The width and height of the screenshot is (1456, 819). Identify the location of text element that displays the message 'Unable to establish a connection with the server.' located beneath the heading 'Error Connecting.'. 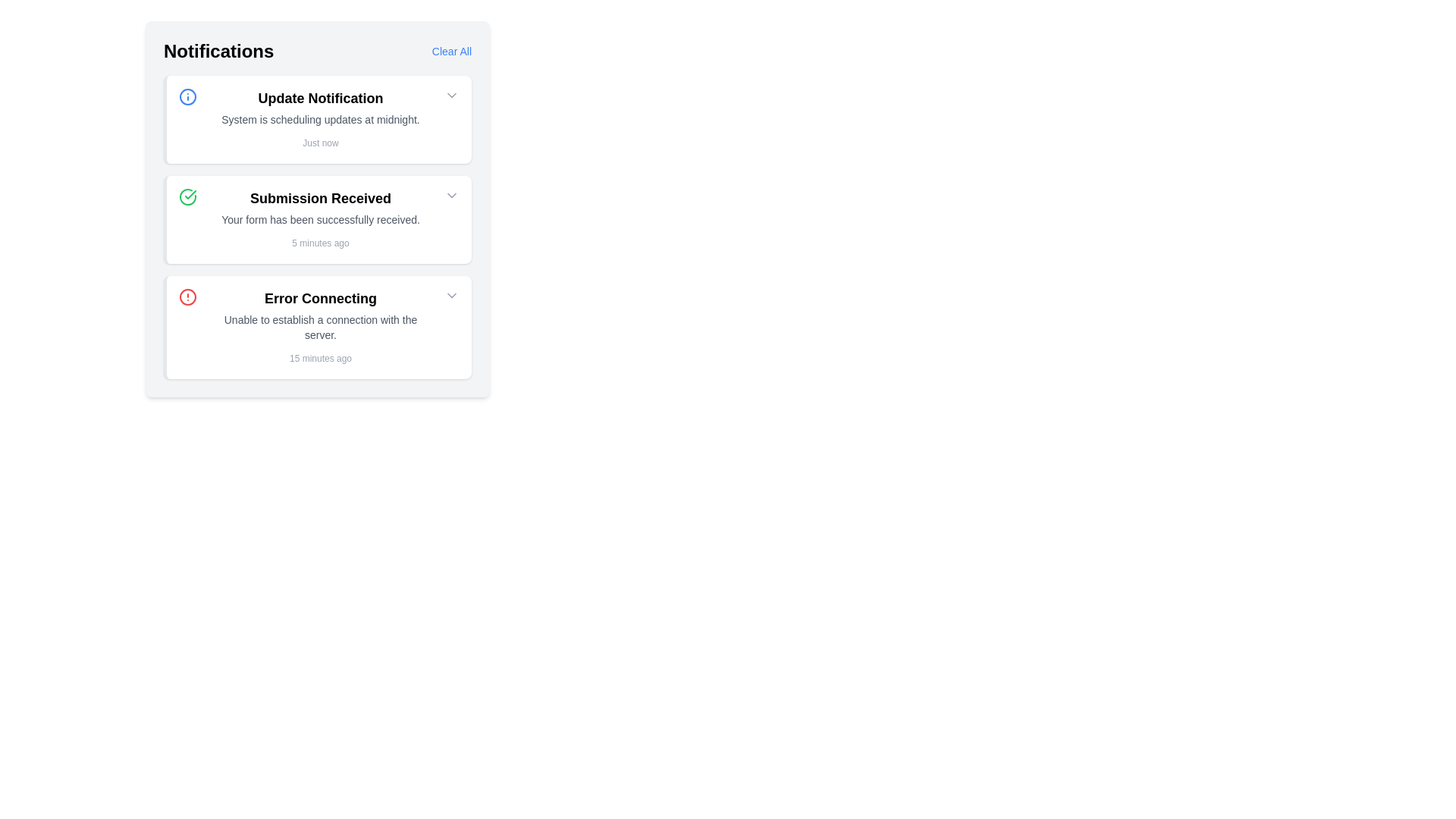
(319, 327).